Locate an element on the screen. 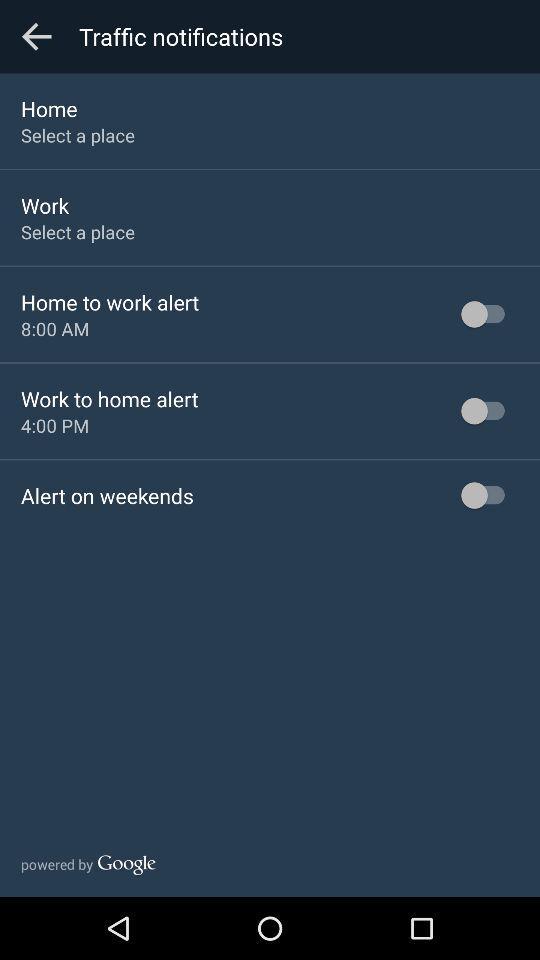 Image resolution: width=540 pixels, height=960 pixels. alert on weekends app is located at coordinates (107, 494).